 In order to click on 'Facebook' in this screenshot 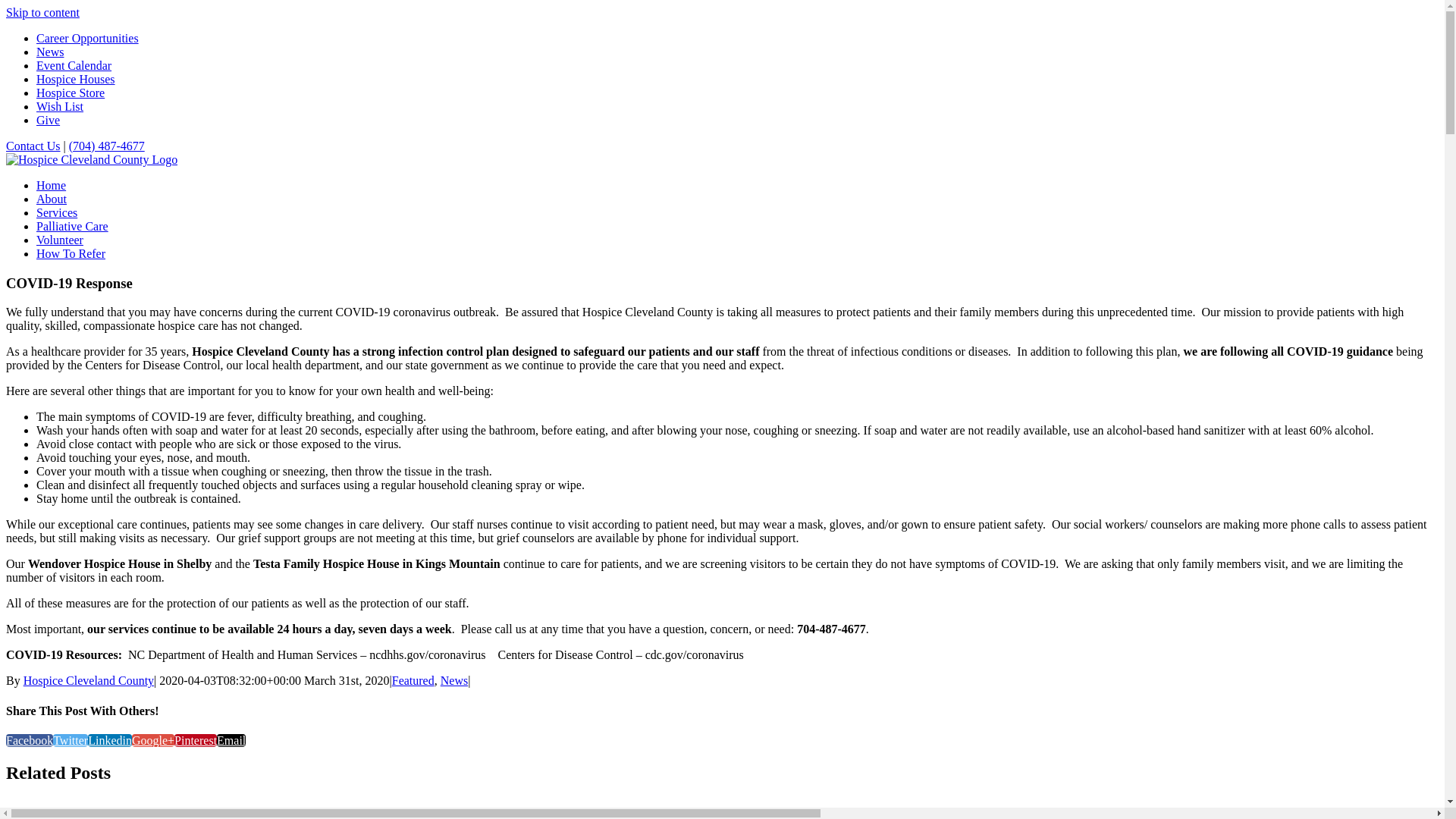, I will do `click(29, 739)`.